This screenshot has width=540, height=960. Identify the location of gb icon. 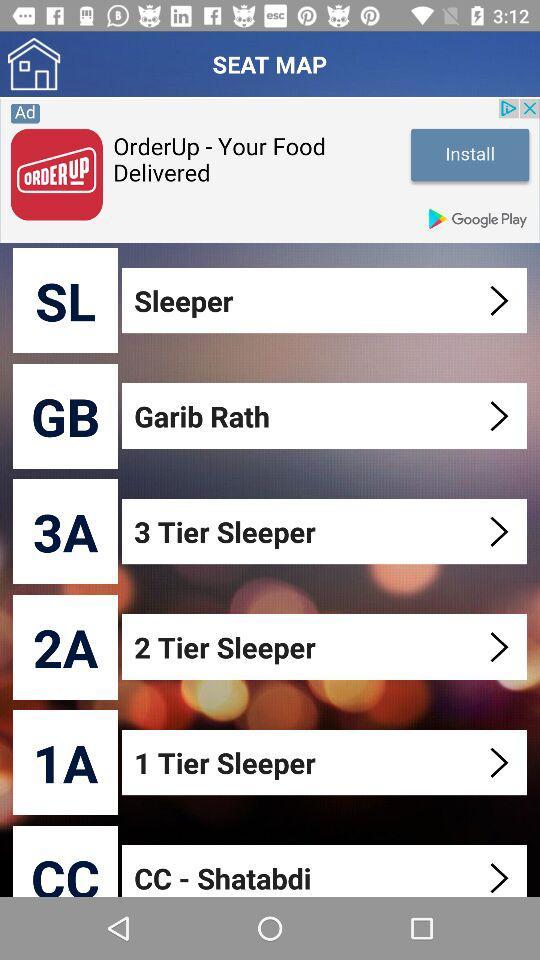
(65, 415).